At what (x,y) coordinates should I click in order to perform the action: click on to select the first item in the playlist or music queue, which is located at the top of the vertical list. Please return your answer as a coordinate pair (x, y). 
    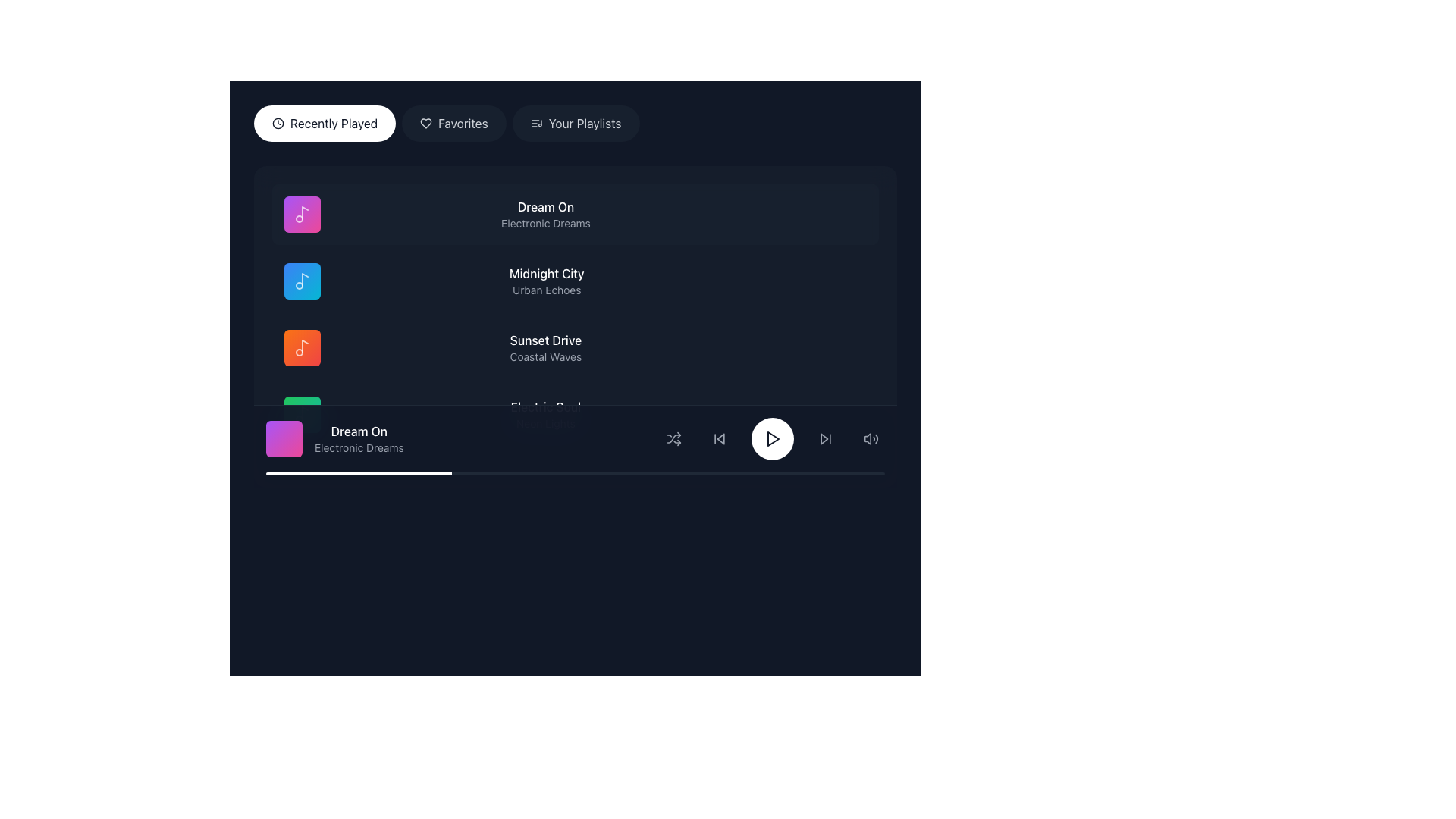
    Looking at the image, I should click on (574, 214).